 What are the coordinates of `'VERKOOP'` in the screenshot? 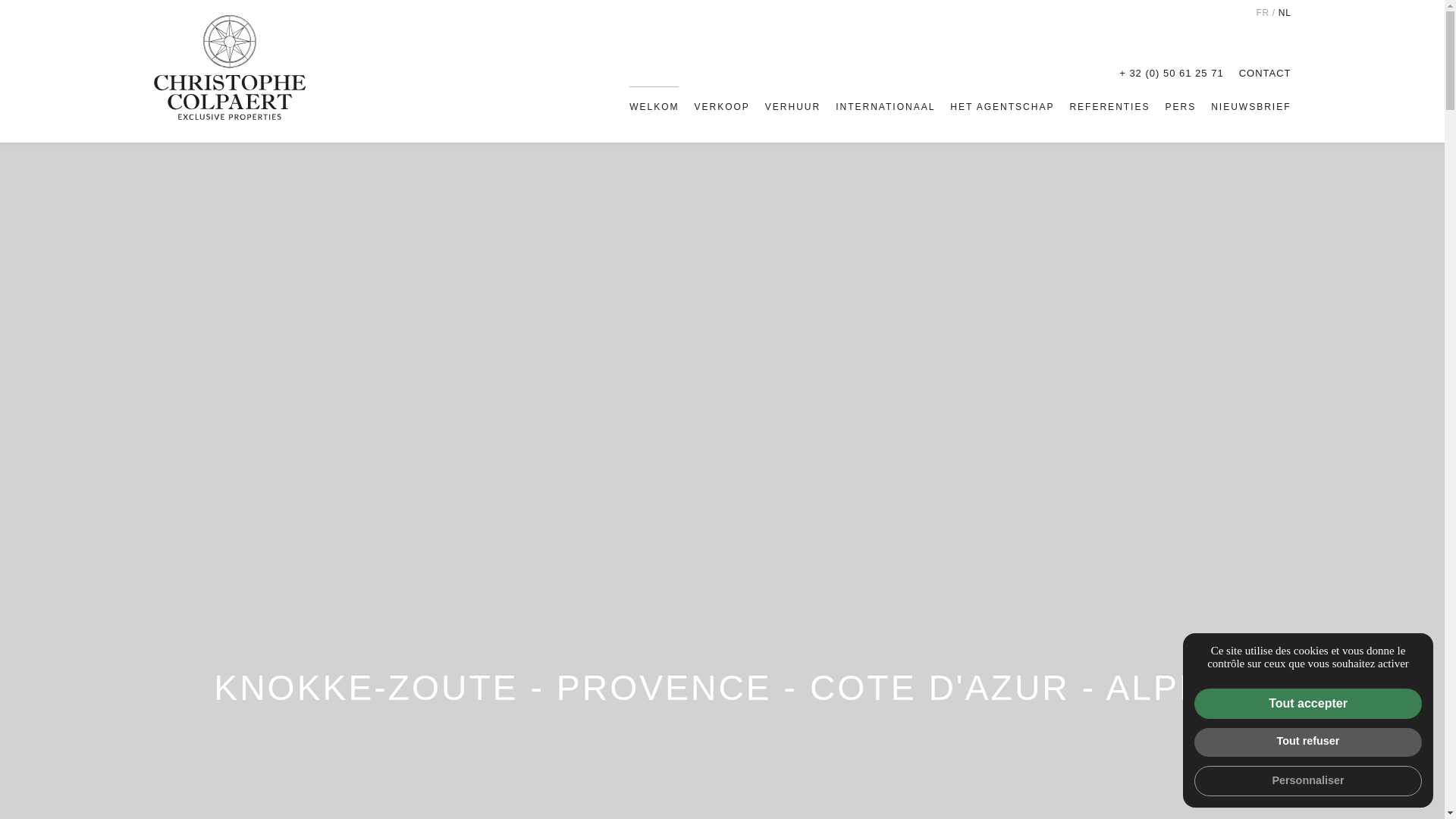 It's located at (693, 106).